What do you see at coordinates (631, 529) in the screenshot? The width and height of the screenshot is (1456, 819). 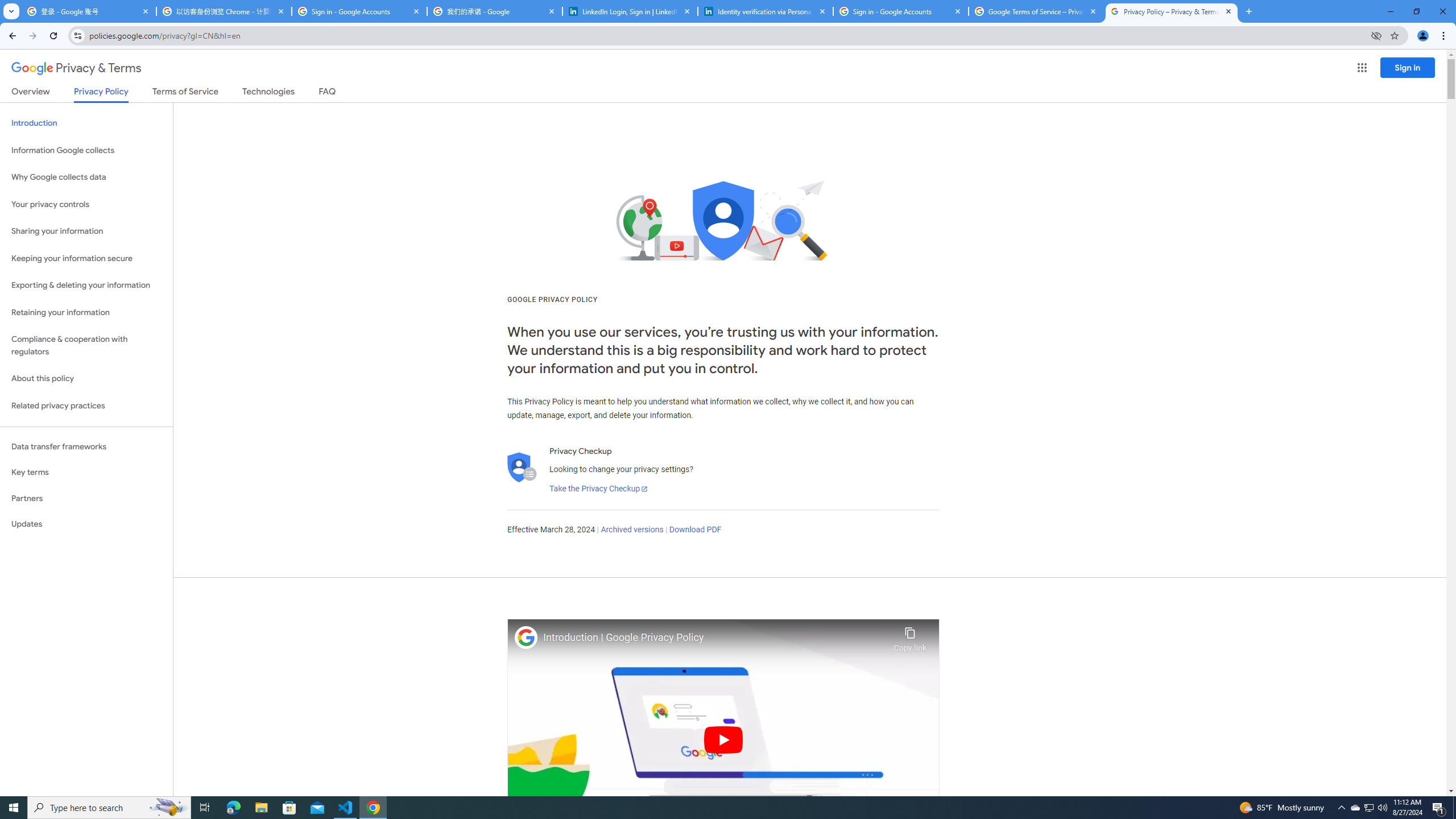 I see `'Archived versions'` at bounding box center [631, 529].